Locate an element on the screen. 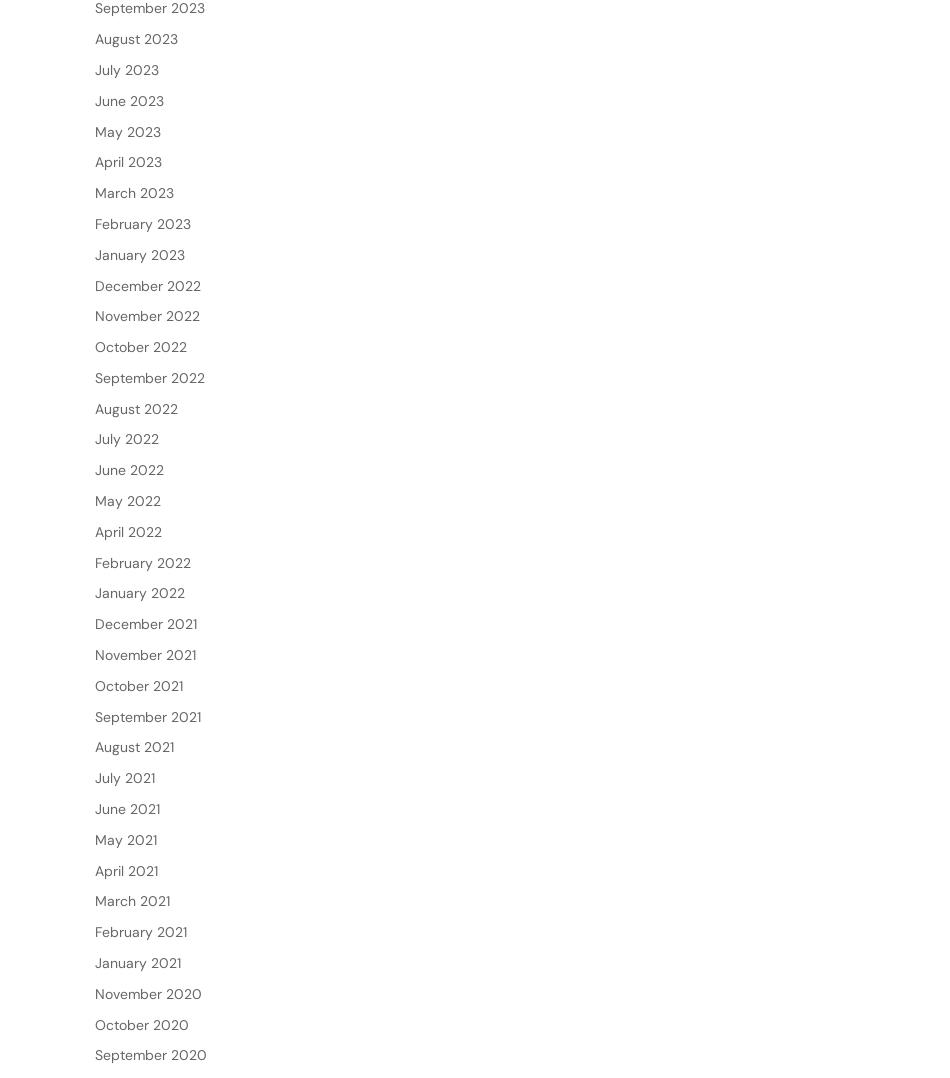 The image size is (950, 1078). 'October 2022' is located at coordinates (140, 410).